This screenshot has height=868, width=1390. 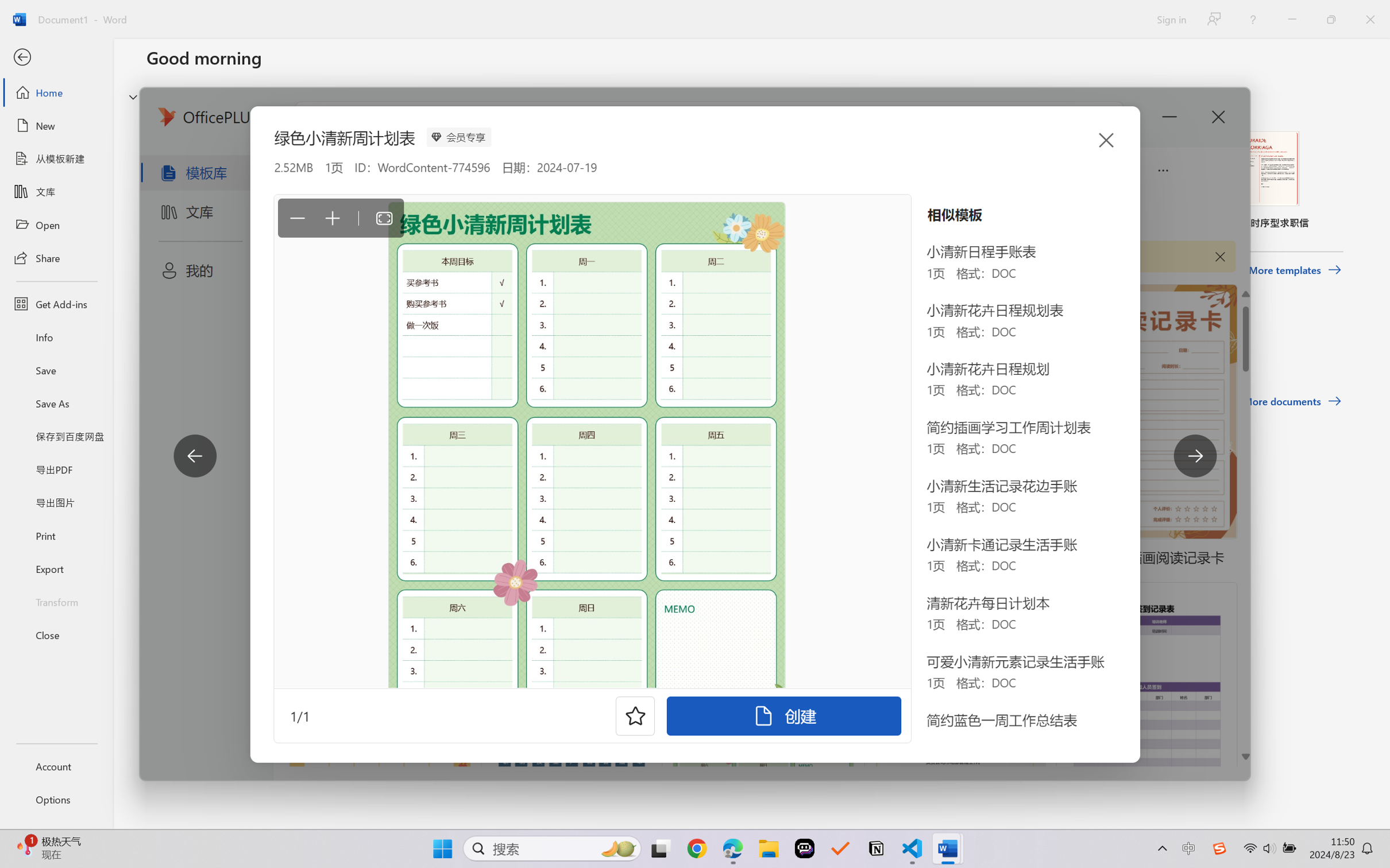 I want to click on 'Sign in', so click(x=1170, y=19).